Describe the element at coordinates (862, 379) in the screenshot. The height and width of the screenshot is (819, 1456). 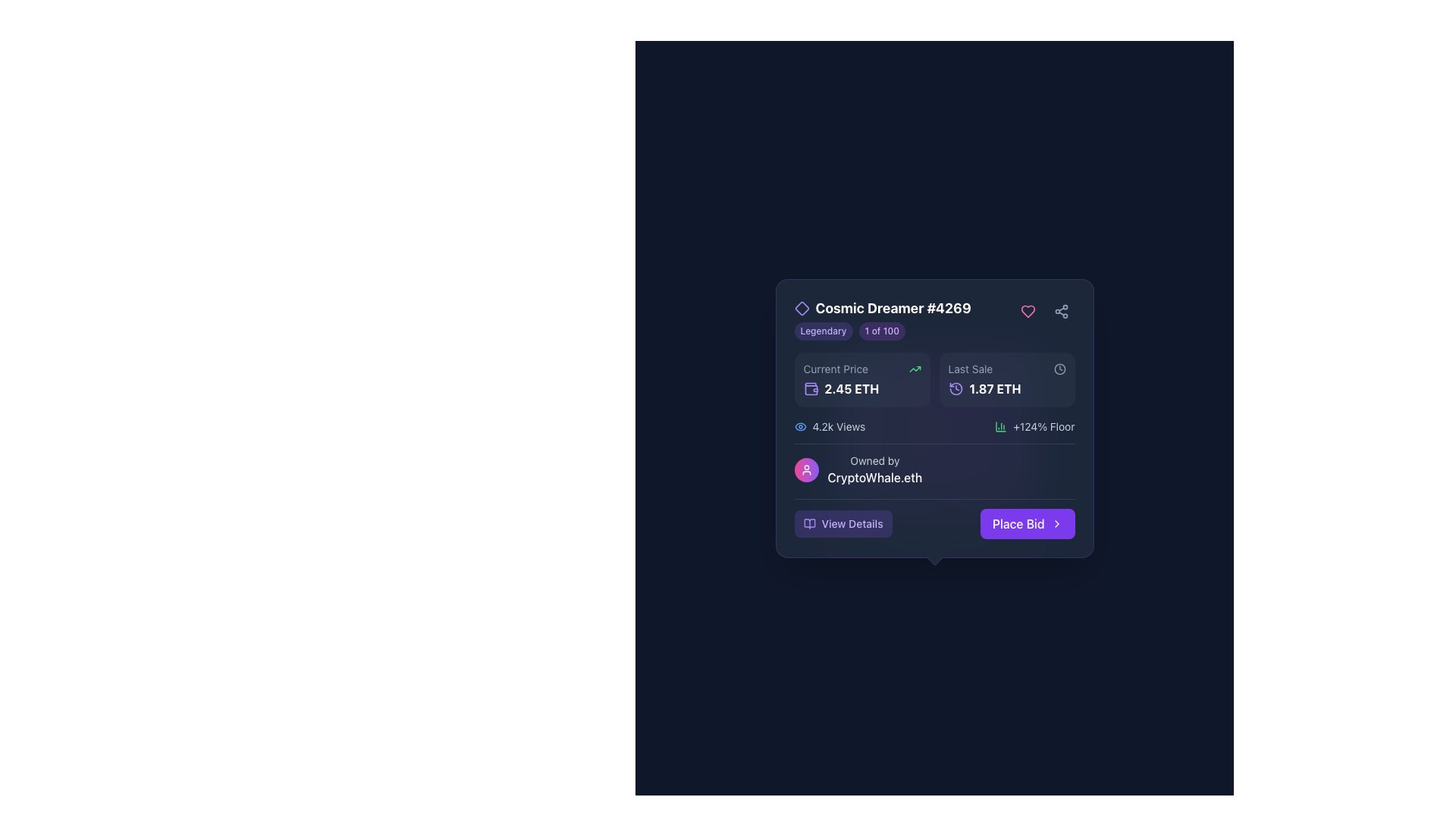
I see `the informational display card that shows the current price of an item in Ethereum (ETH)` at that location.